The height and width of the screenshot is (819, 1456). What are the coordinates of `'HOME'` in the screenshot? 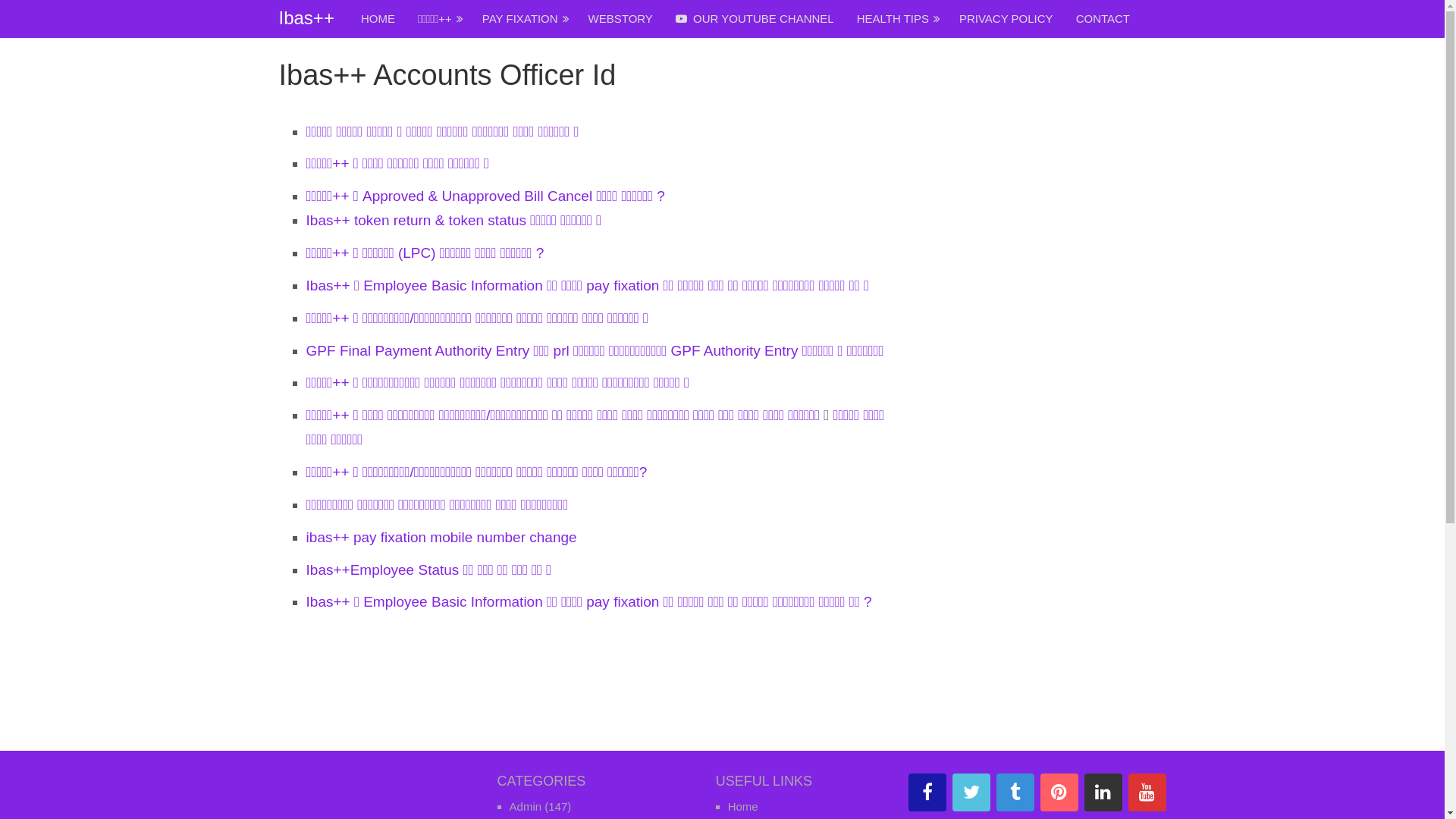 It's located at (348, 18).